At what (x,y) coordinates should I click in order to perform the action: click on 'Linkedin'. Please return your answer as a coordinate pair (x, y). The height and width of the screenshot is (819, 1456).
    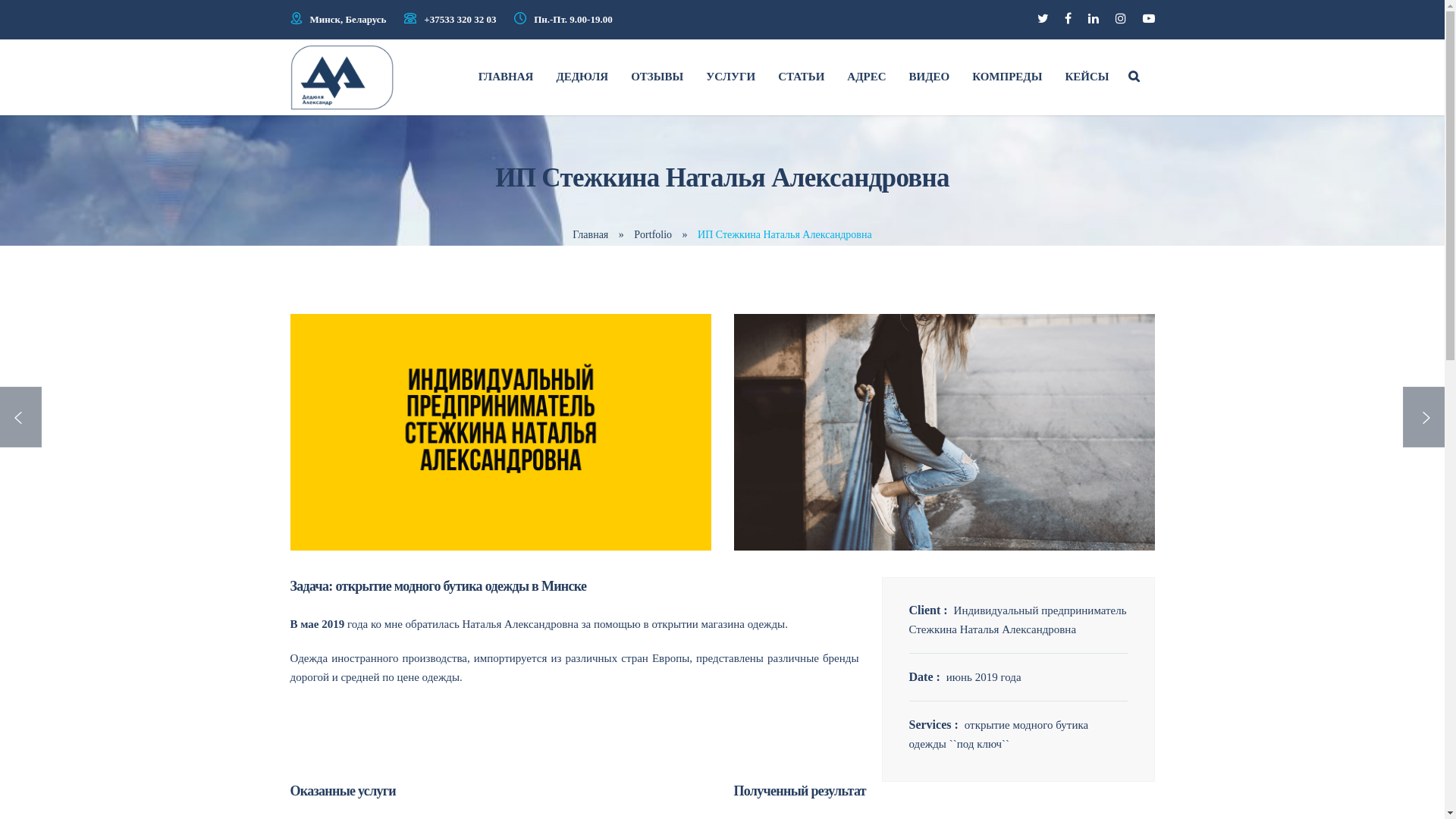
    Looking at the image, I should click on (1093, 18).